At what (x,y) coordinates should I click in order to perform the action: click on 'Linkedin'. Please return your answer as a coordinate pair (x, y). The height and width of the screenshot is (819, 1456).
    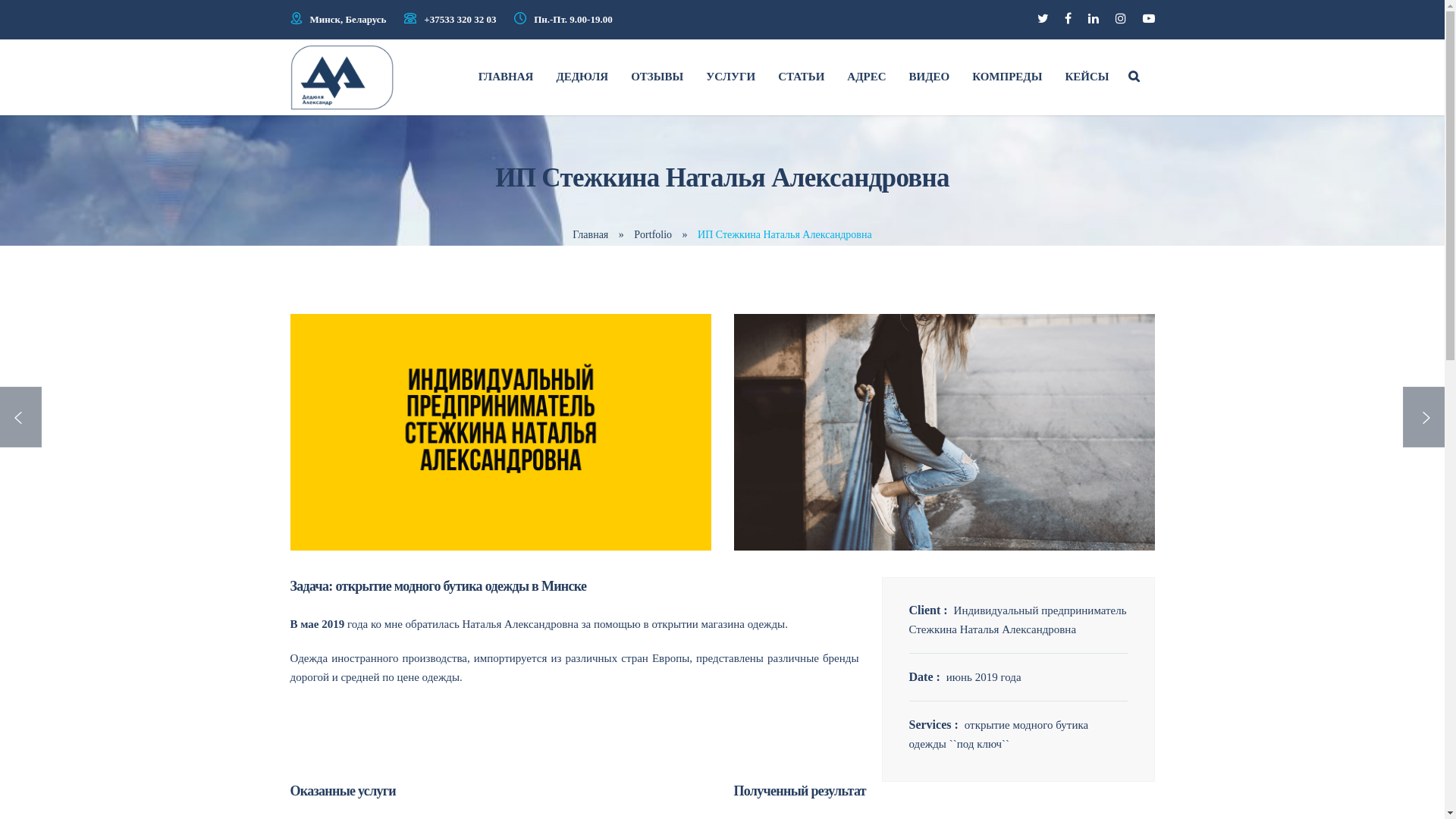
    Looking at the image, I should click on (1093, 18).